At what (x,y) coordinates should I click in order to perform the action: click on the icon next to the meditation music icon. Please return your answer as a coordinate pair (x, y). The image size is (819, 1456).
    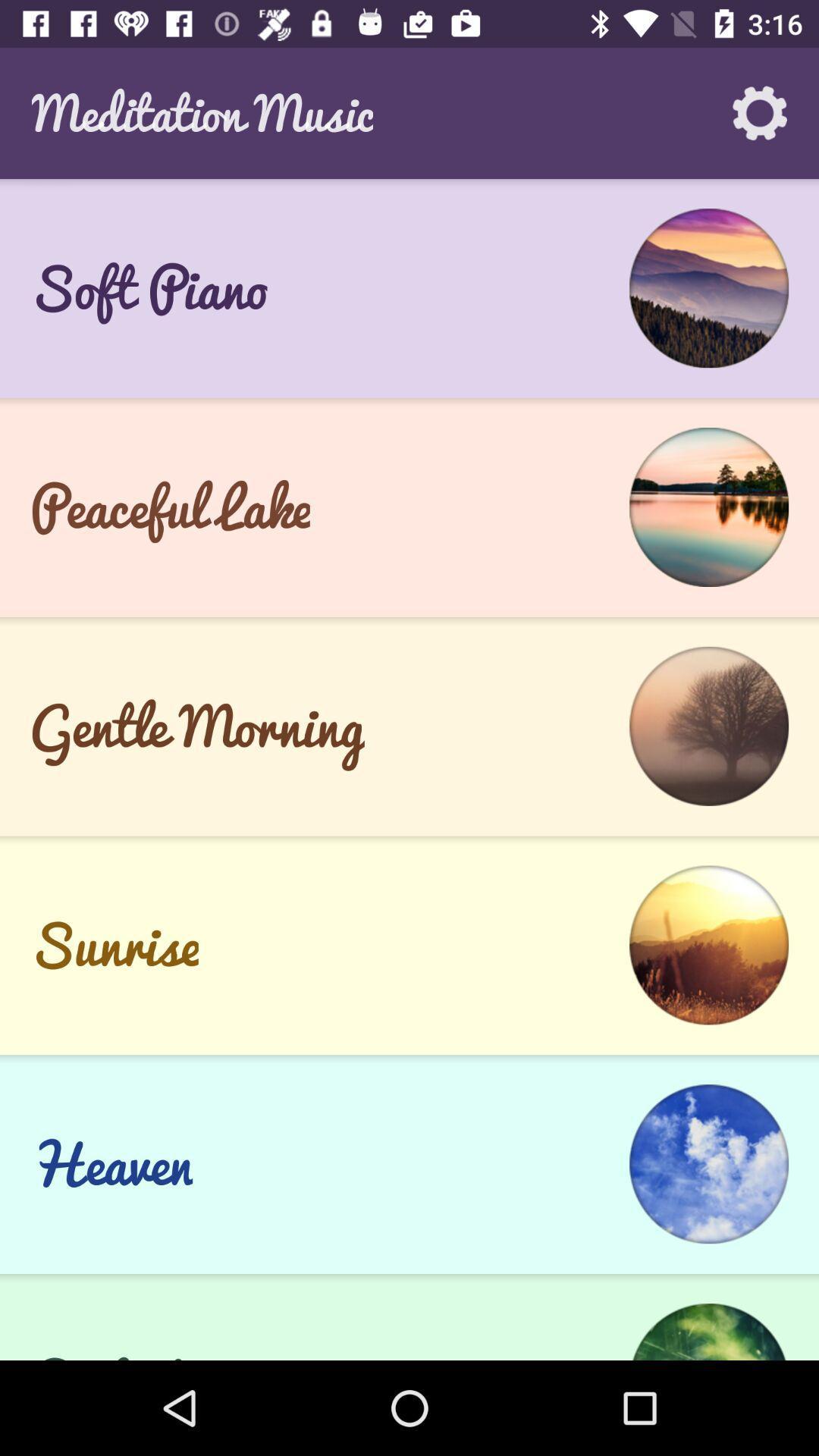
    Looking at the image, I should click on (760, 112).